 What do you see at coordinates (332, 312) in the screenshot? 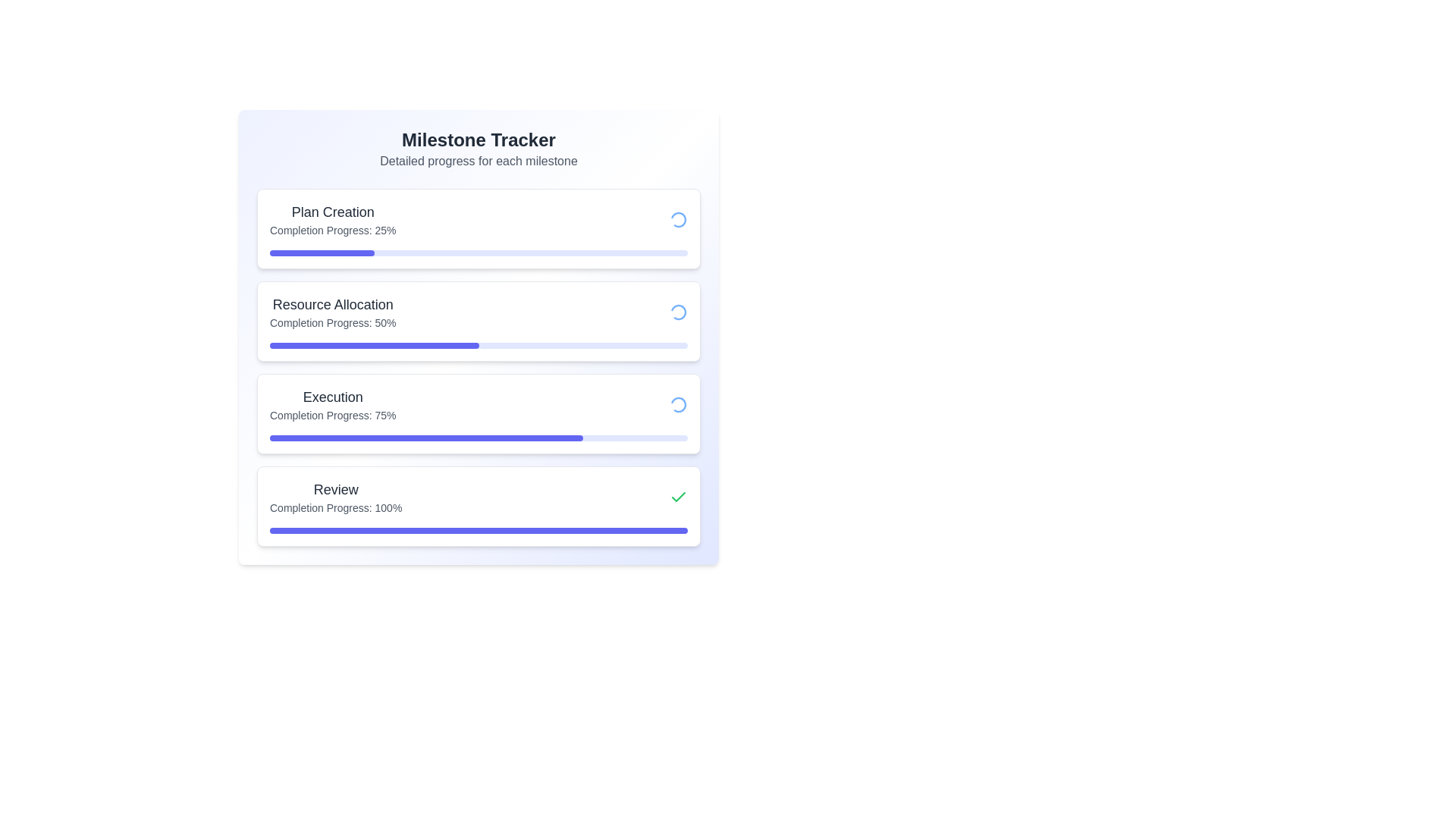
I see `text displayed in the 'Resource Allocation' card, which shows 'Completion Progress: 50%'` at bounding box center [332, 312].